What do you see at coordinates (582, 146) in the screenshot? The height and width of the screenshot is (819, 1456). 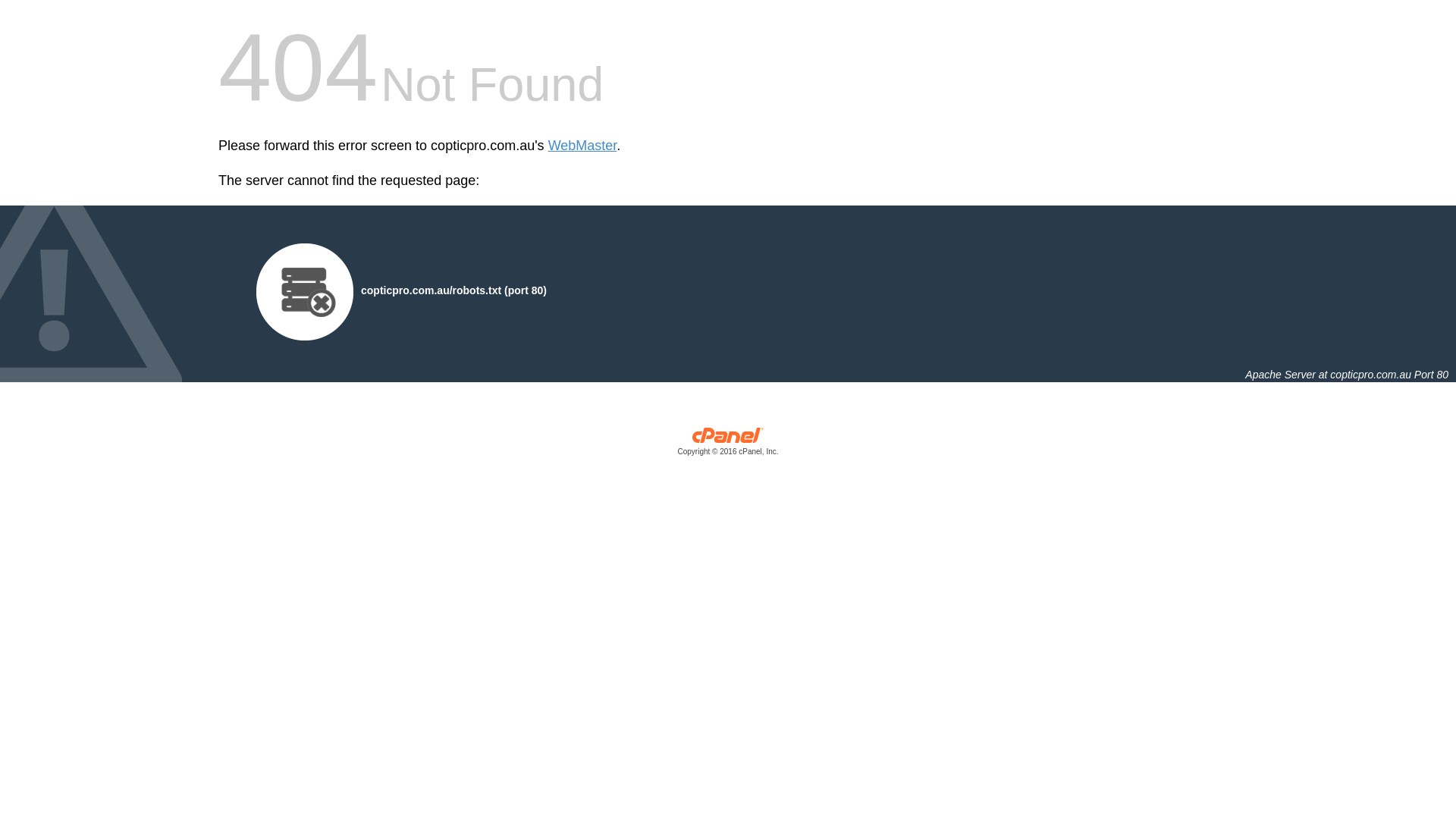 I see `'WebMaster'` at bounding box center [582, 146].